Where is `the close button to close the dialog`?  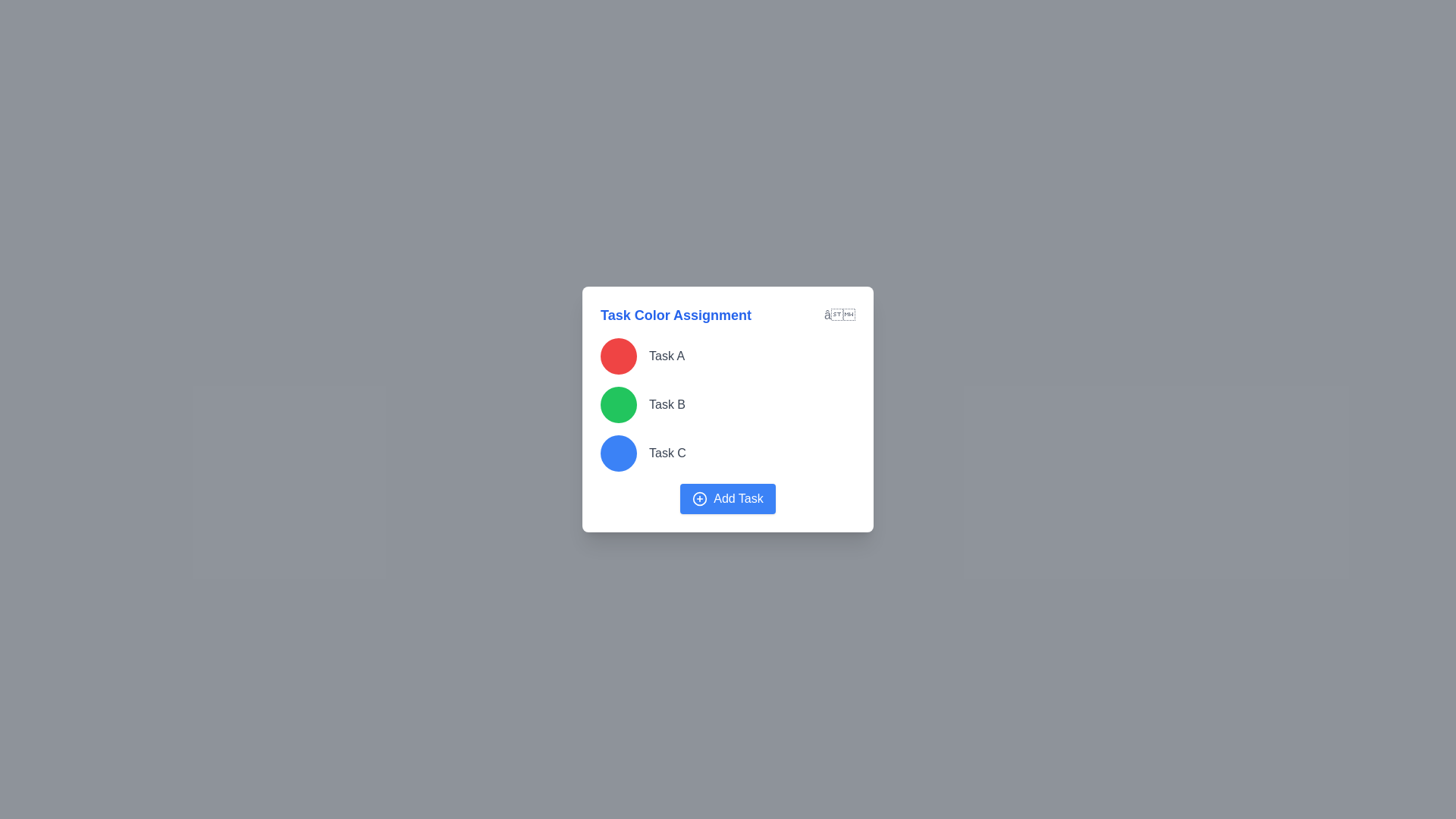 the close button to close the dialog is located at coordinates (839, 315).